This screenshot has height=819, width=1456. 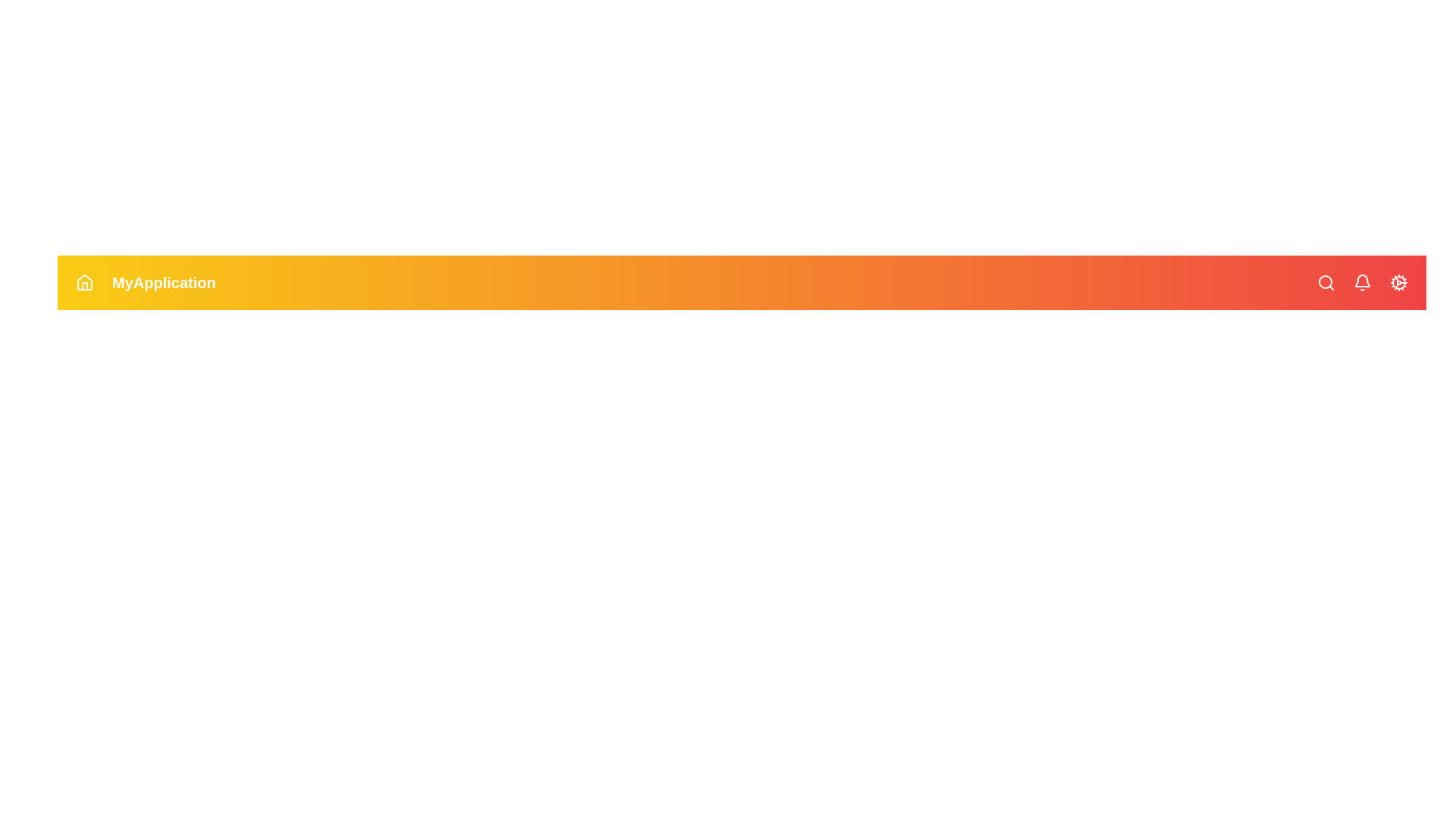 What do you see at coordinates (1362, 283) in the screenshot?
I see `the Notification button, which is the second button from the right in a row of three buttons on the far right end of the navigation bar` at bounding box center [1362, 283].